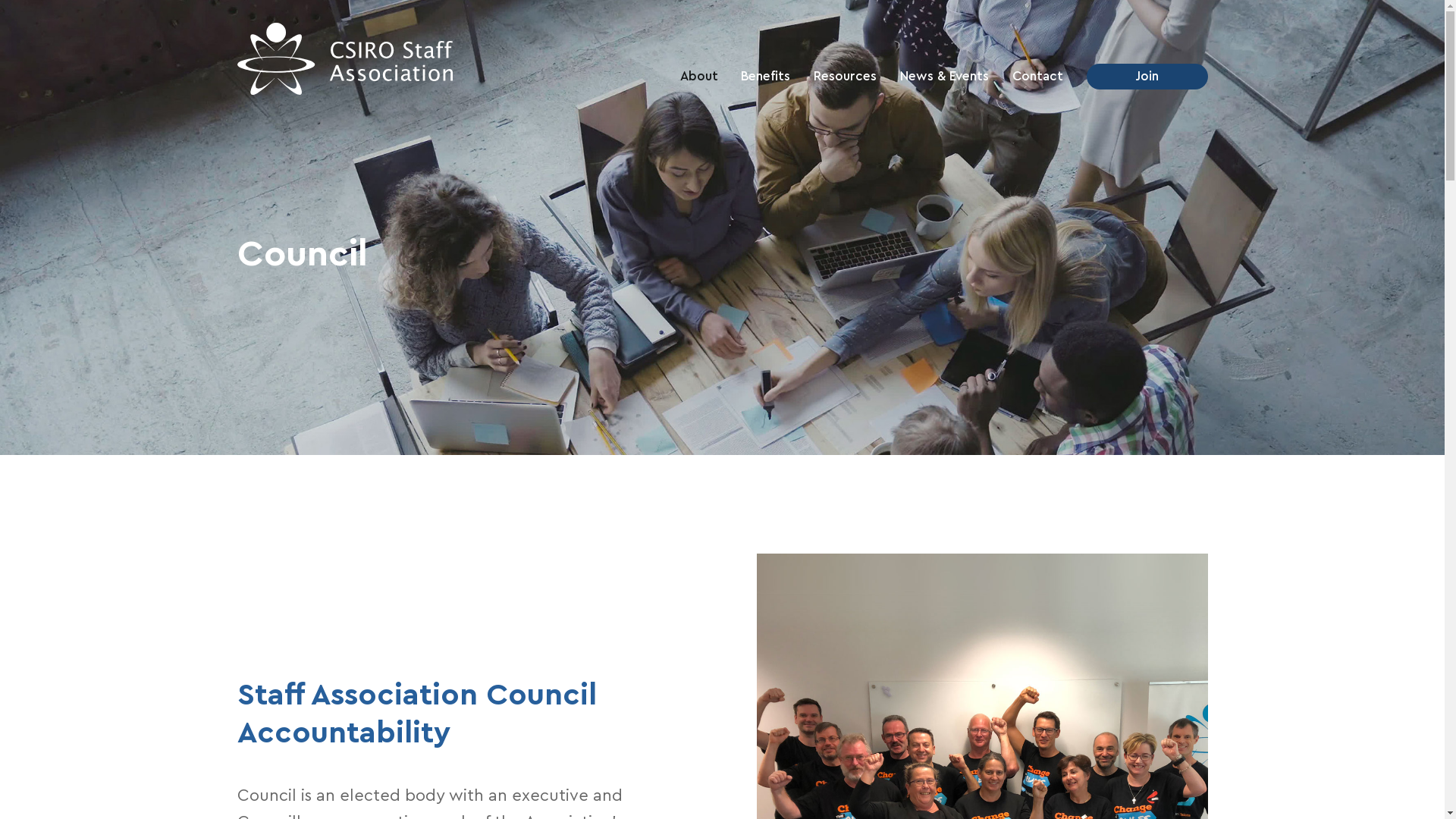 This screenshot has height=819, width=1456. Describe the element at coordinates (899, 76) in the screenshot. I see `'News & Events'` at that location.